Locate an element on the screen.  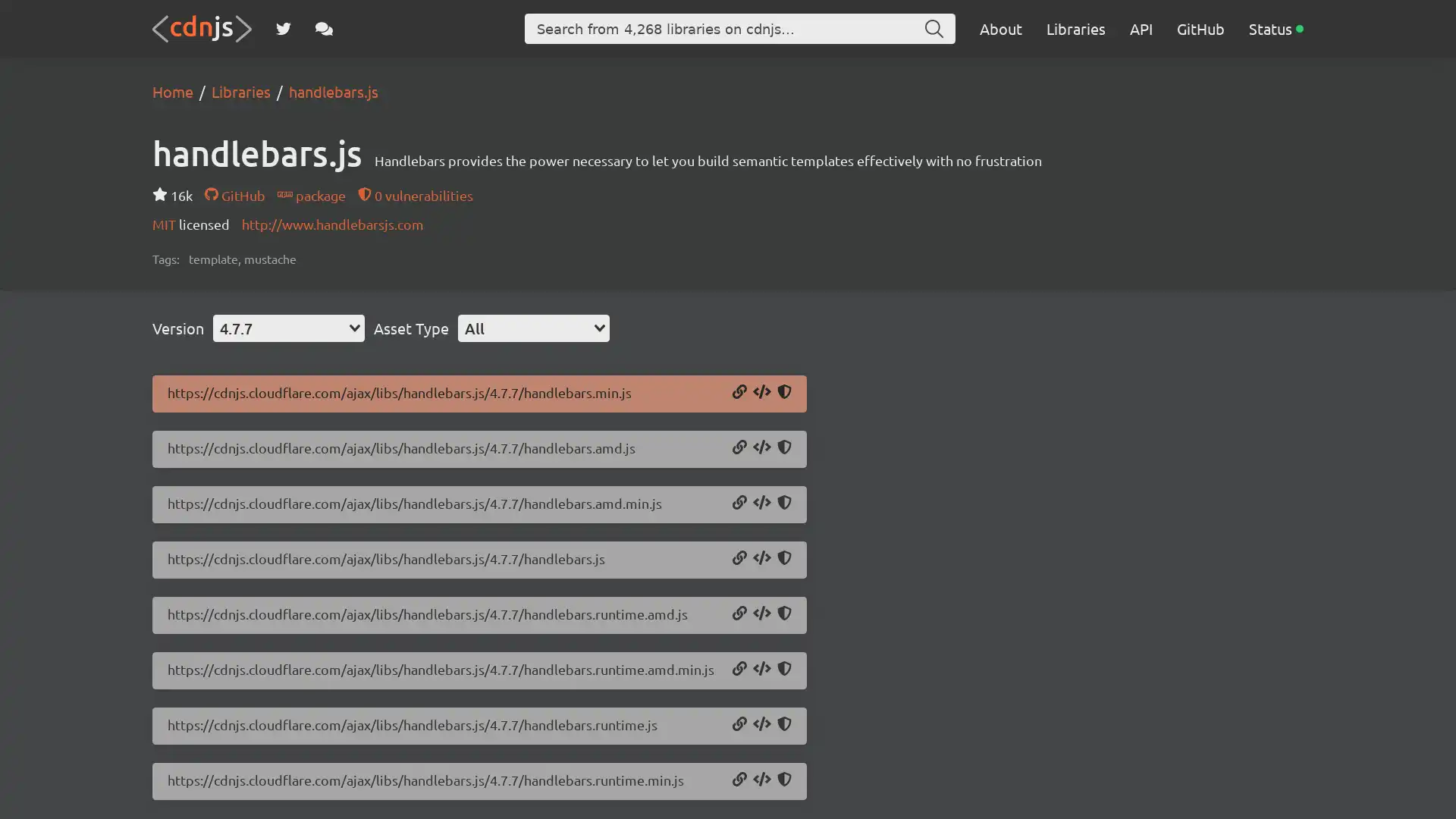
Copy SRI Hash is located at coordinates (784, 504).